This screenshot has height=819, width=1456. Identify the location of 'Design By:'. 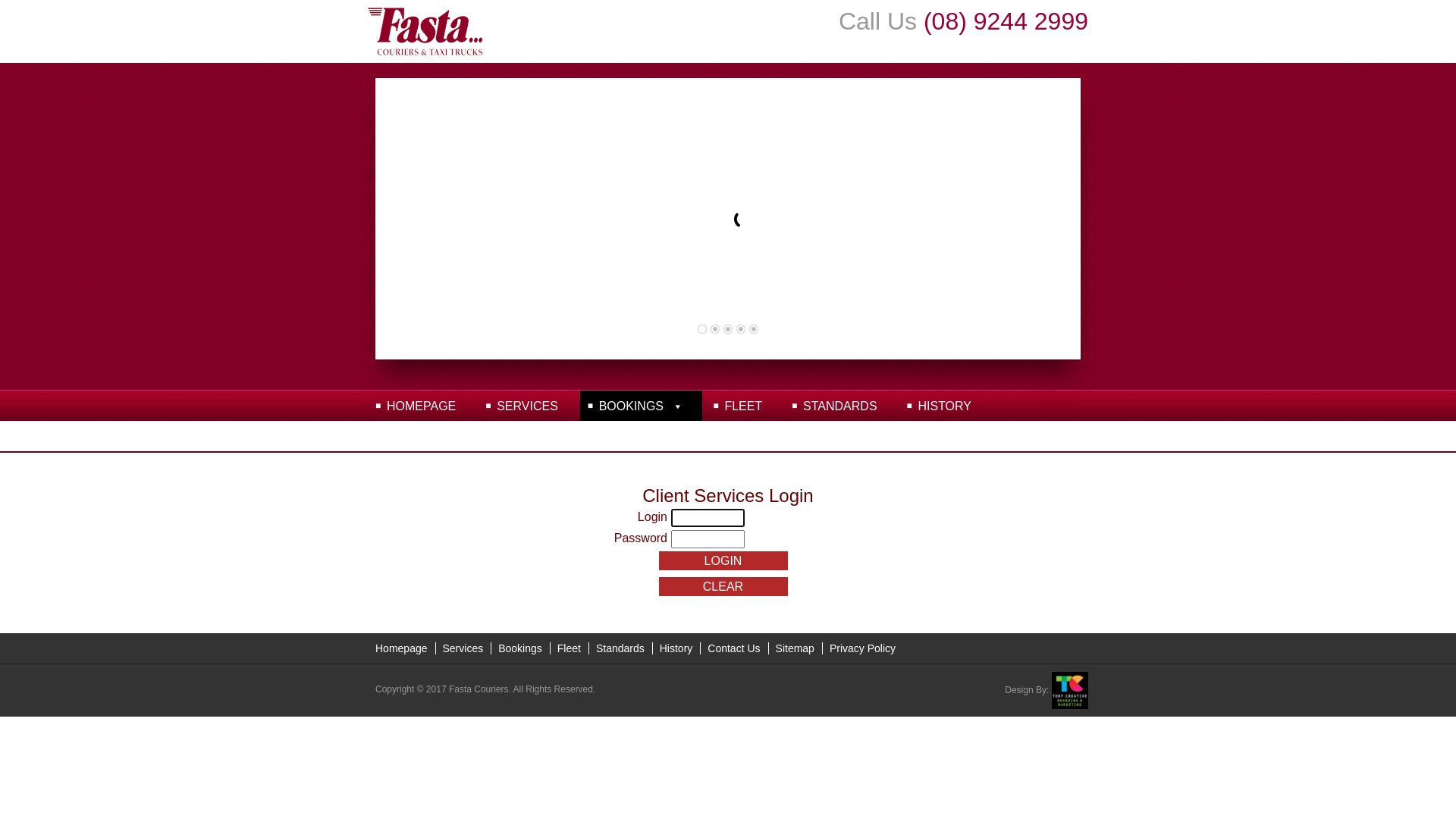
(1046, 690).